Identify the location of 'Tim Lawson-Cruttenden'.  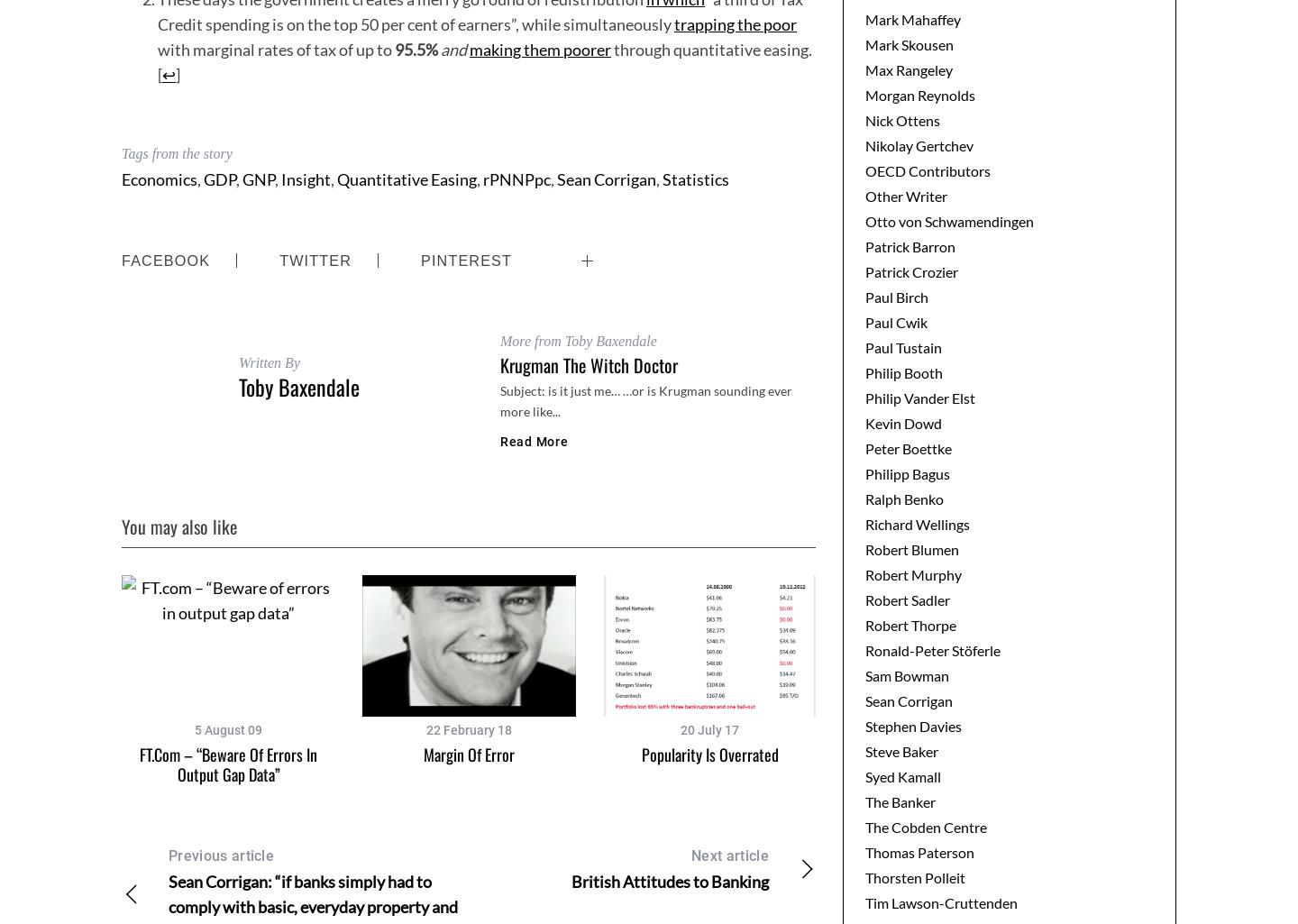
(865, 901).